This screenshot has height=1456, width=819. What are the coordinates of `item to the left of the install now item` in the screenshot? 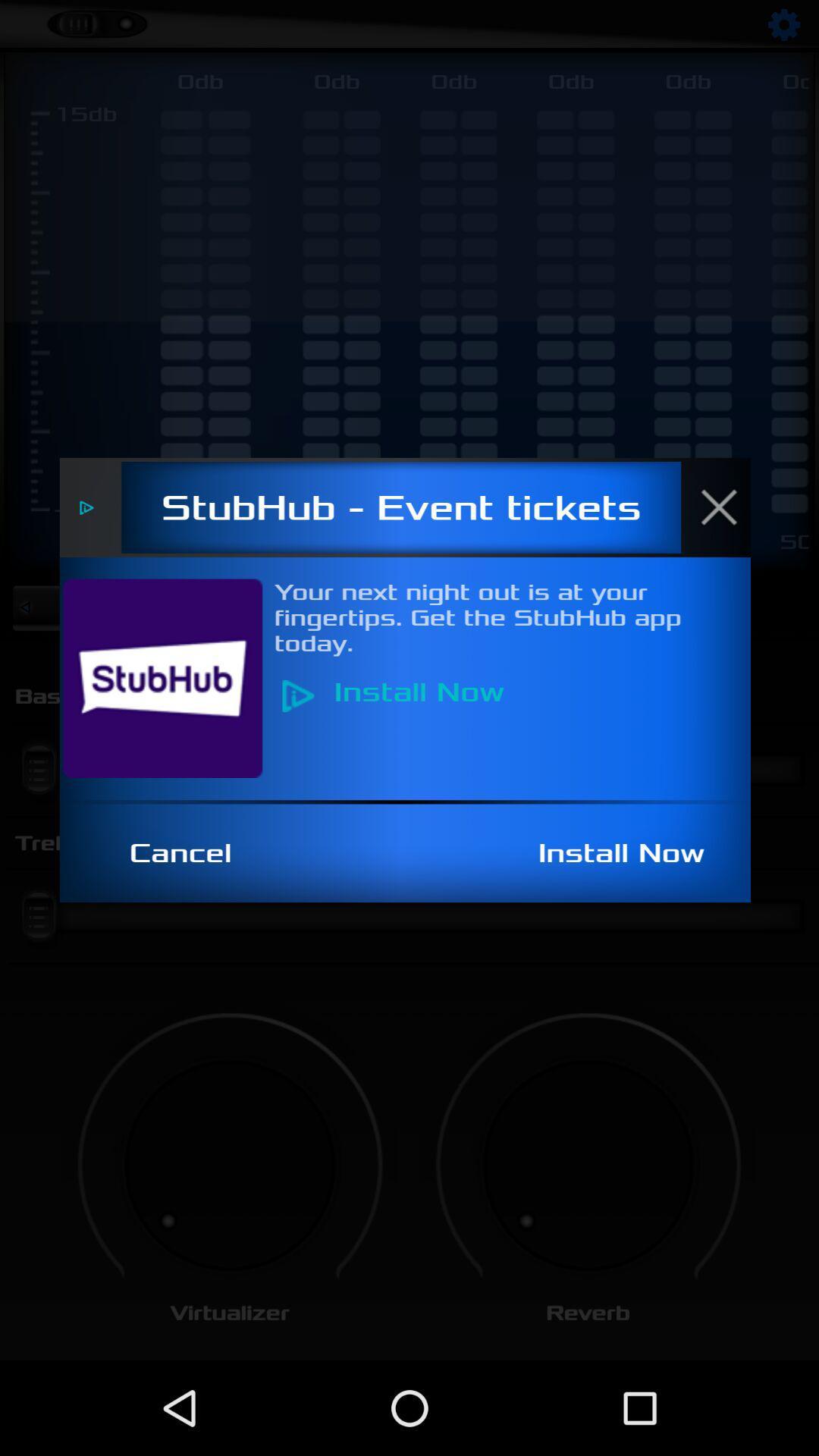 It's located at (188, 853).